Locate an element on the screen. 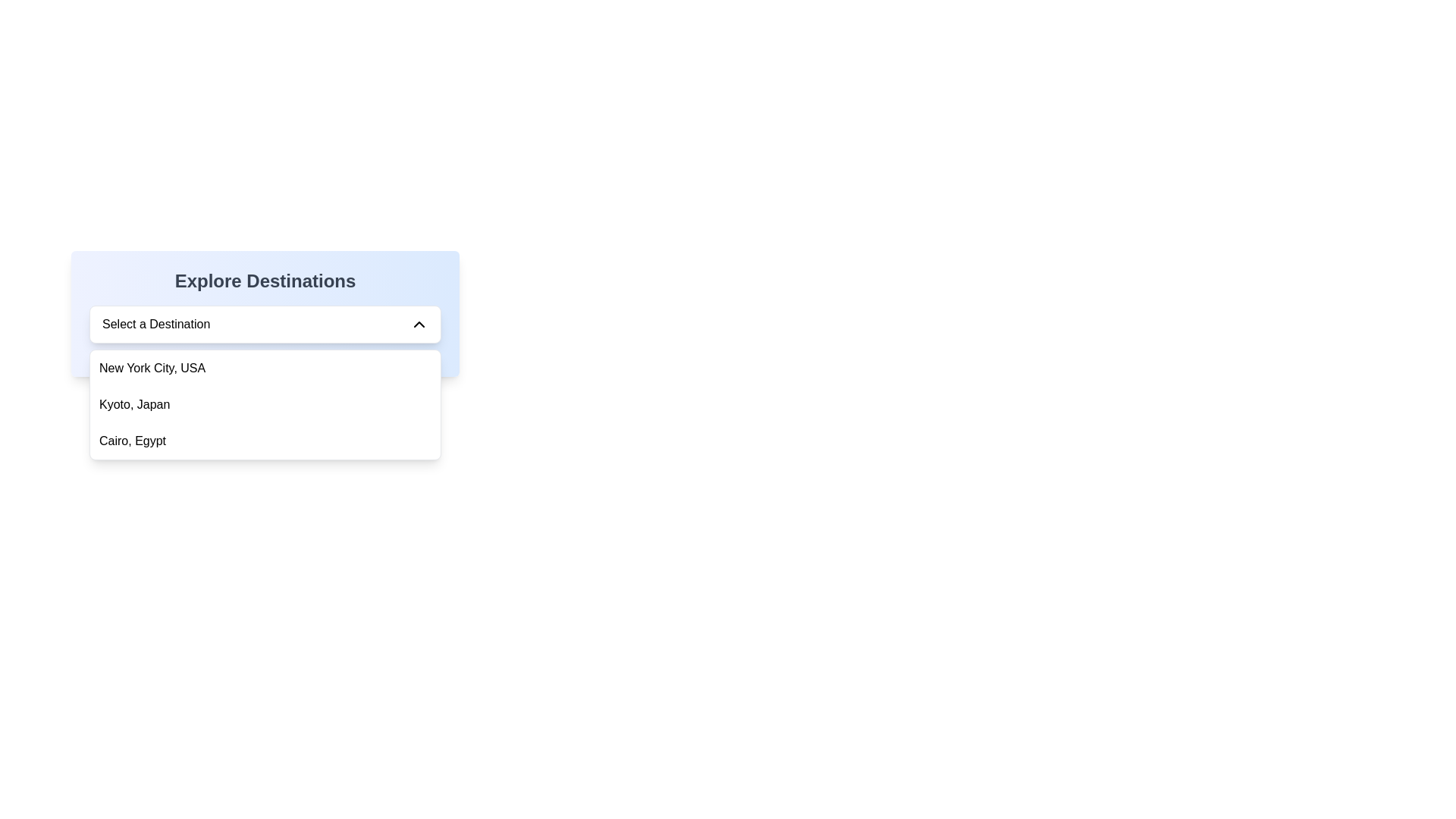  the dropdown item labeled 'Cairo, Egypt' is located at coordinates (265, 441).